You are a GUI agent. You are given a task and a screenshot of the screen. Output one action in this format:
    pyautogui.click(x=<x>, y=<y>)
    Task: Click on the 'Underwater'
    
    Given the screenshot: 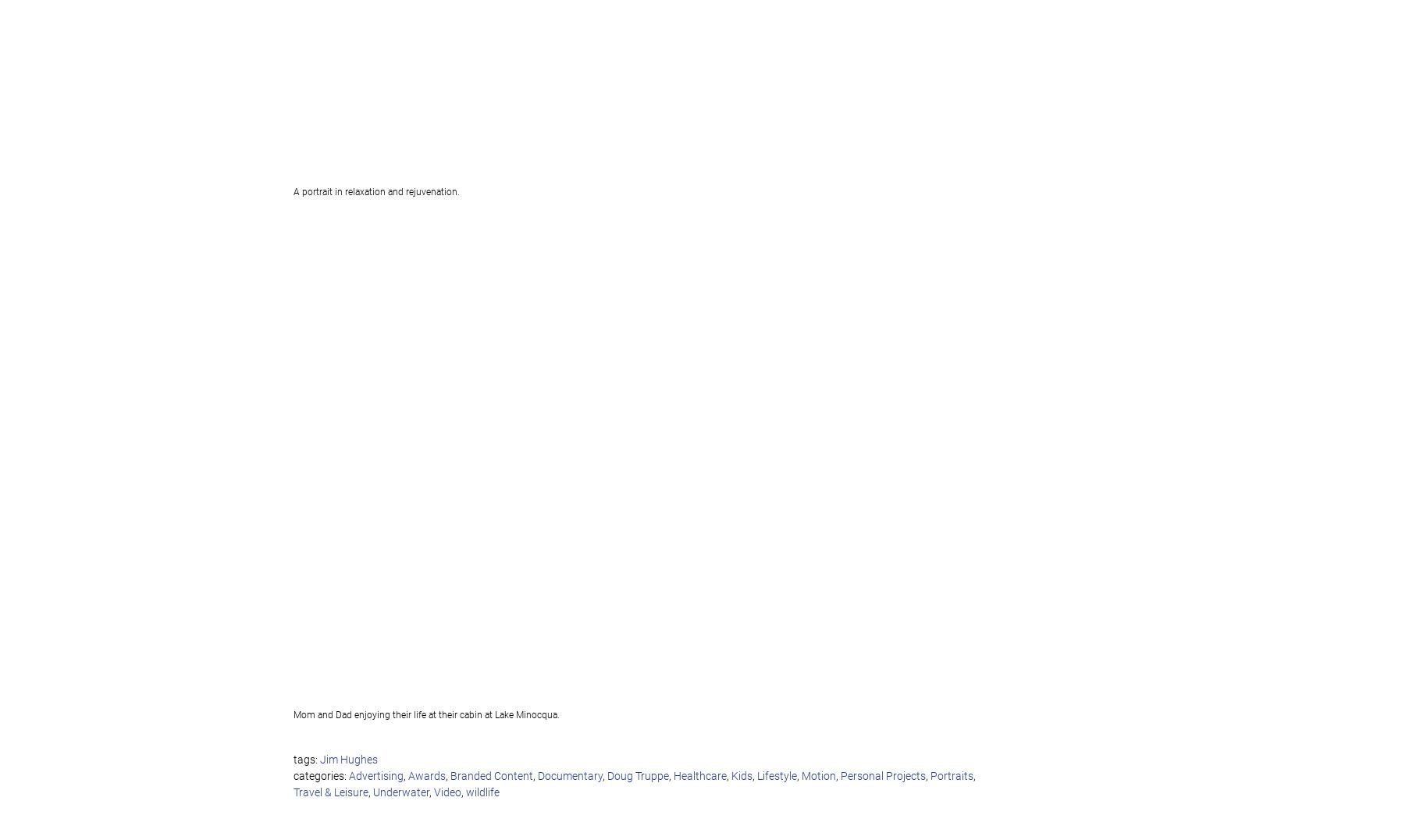 What is the action you would take?
    pyautogui.click(x=401, y=791)
    